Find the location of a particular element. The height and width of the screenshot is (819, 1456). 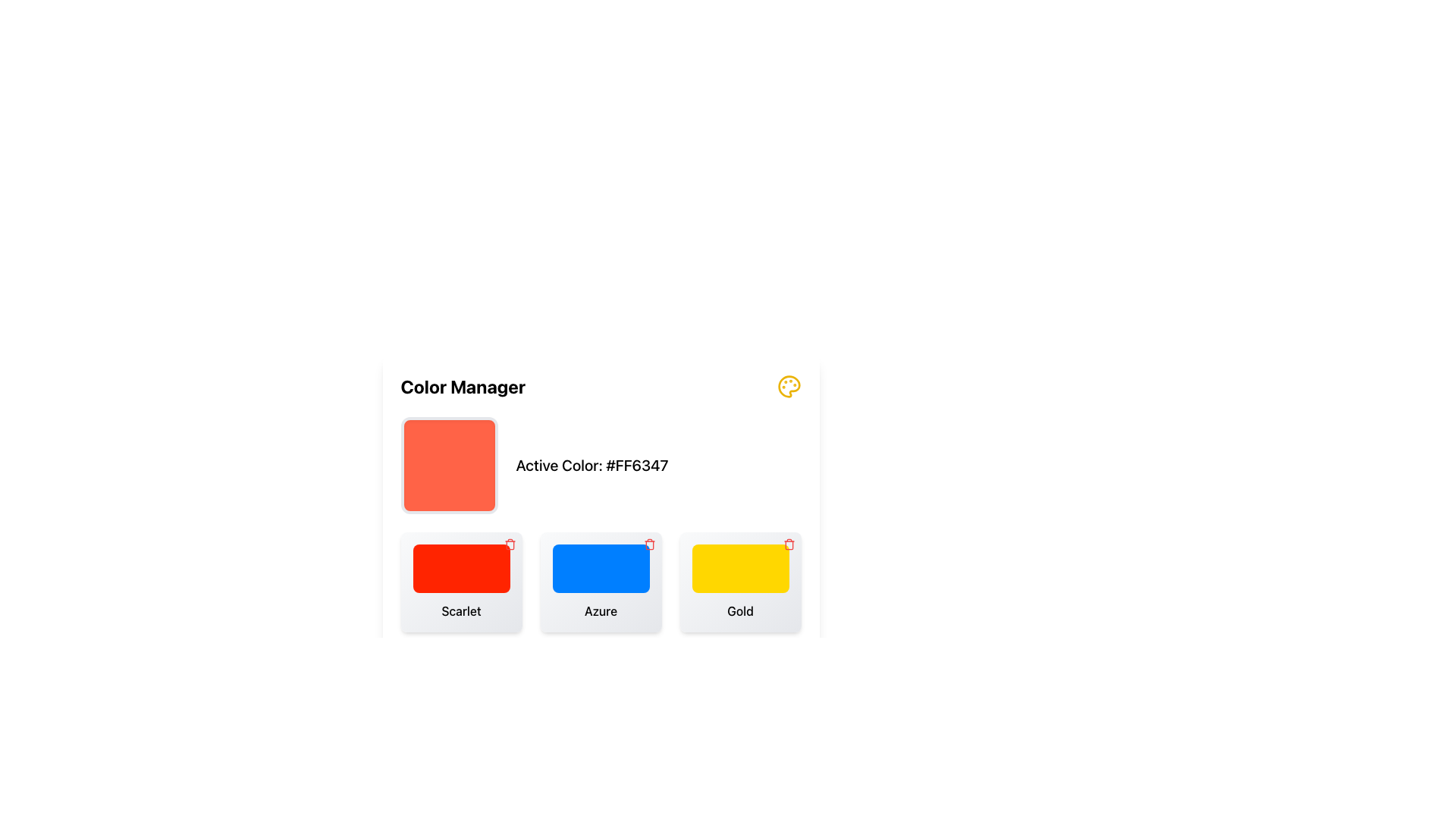

the 'Scarlet' color card is located at coordinates (460, 581).